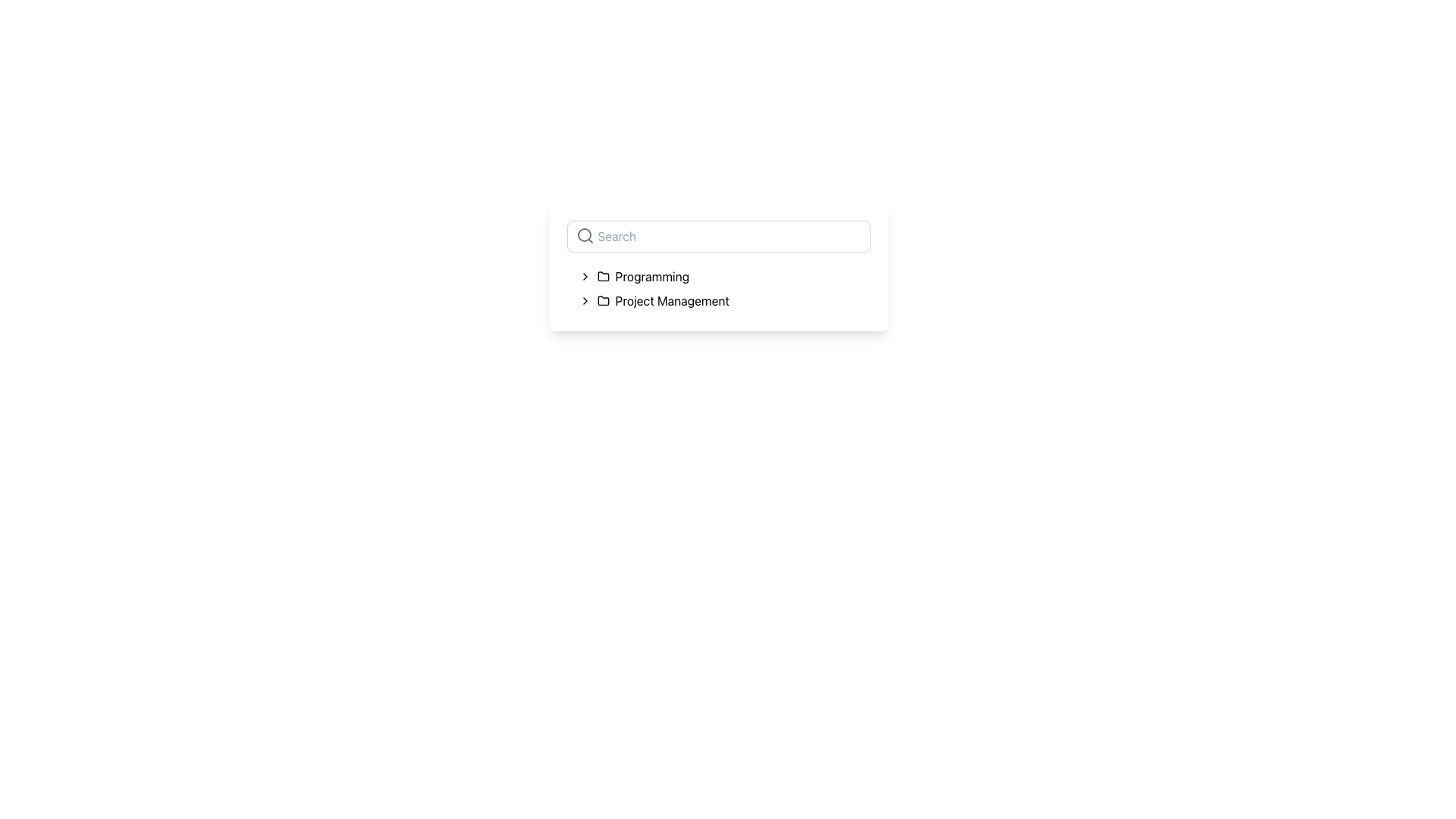 The width and height of the screenshot is (1456, 819). I want to click on the 'Project Management' hierarchical list item, so click(723, 301).